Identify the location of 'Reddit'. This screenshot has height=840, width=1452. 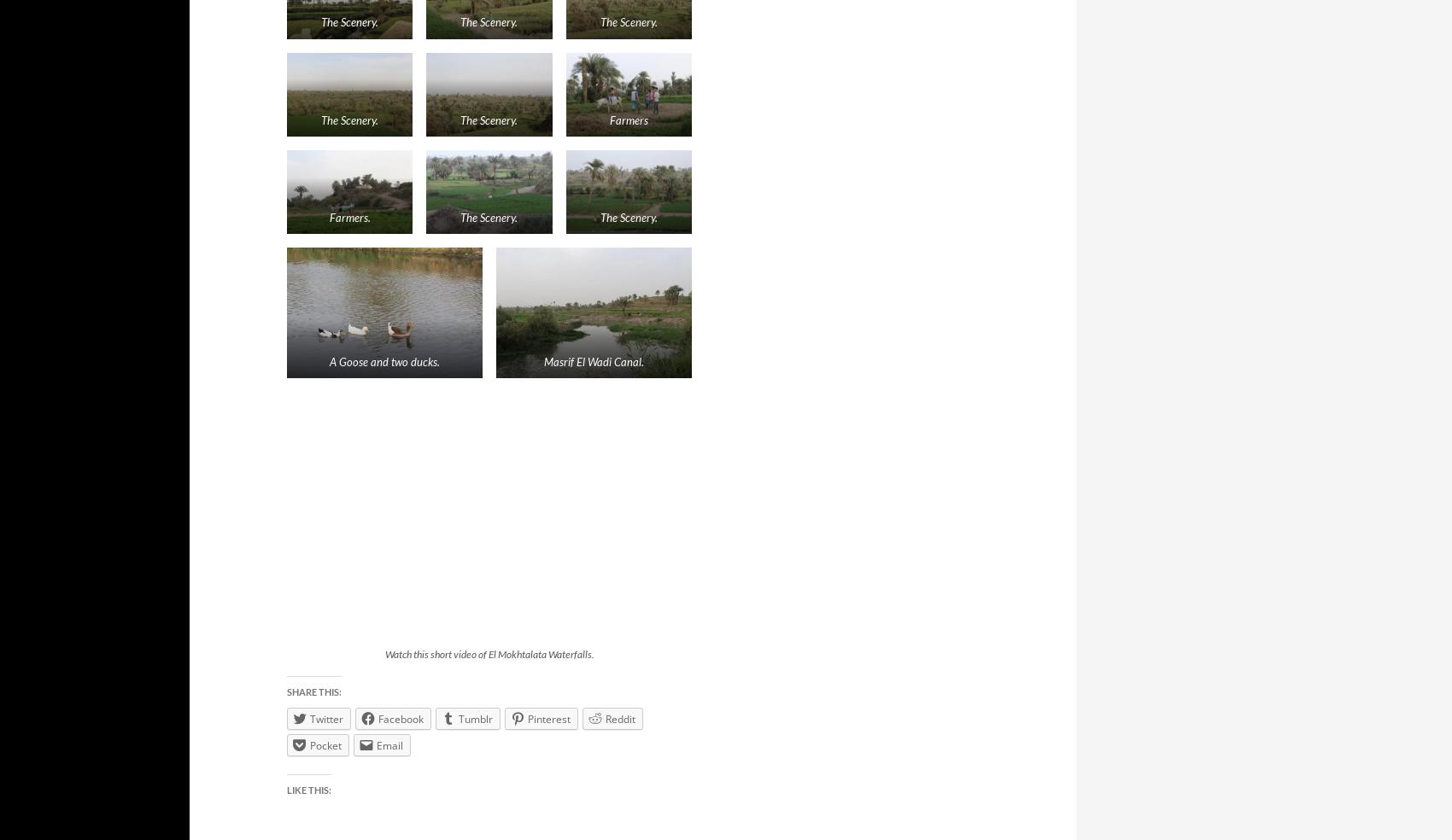
(606, 717).